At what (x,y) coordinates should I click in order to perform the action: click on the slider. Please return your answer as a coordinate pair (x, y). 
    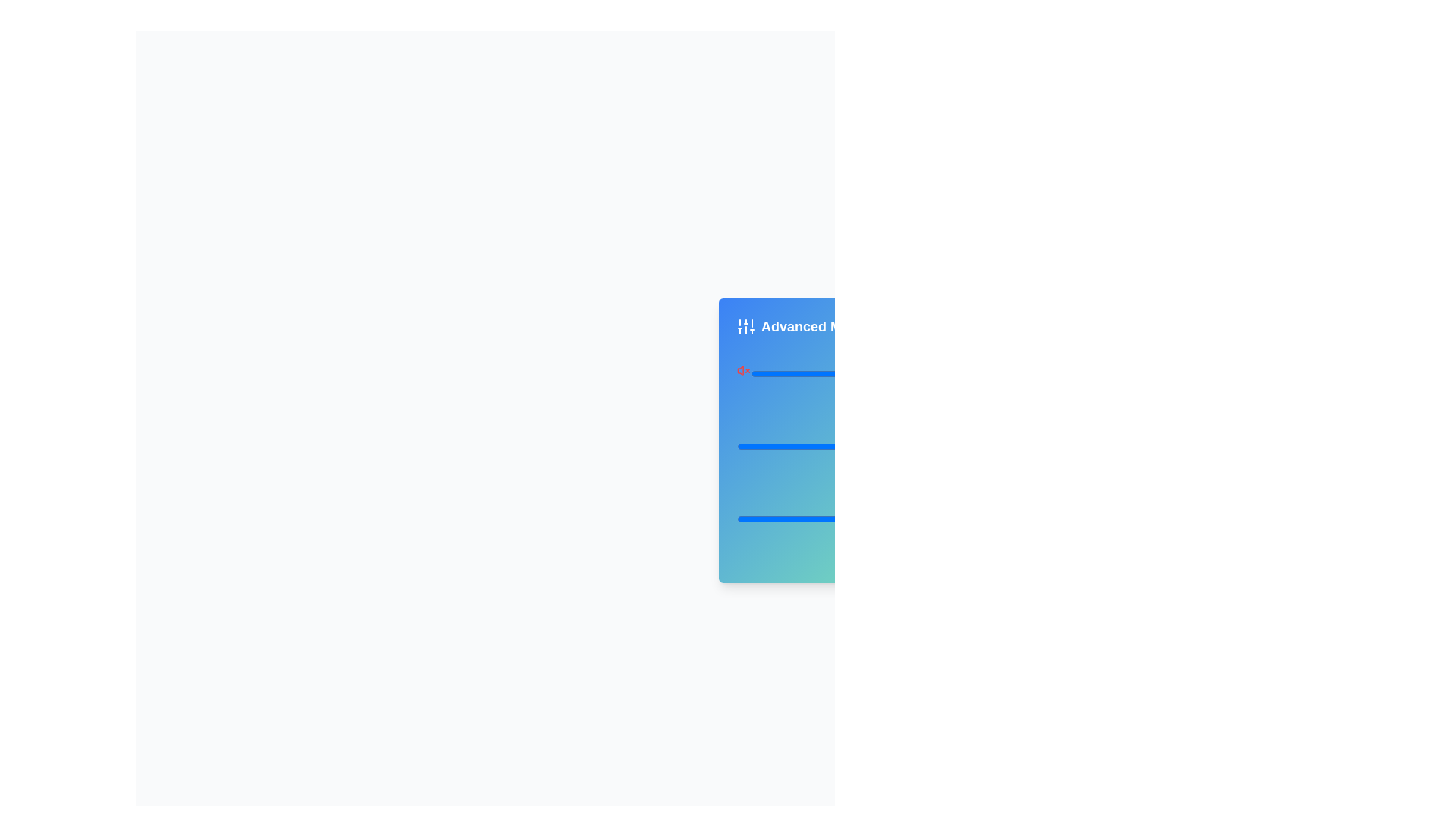
    Looking at the image, I should click on (836, 519).